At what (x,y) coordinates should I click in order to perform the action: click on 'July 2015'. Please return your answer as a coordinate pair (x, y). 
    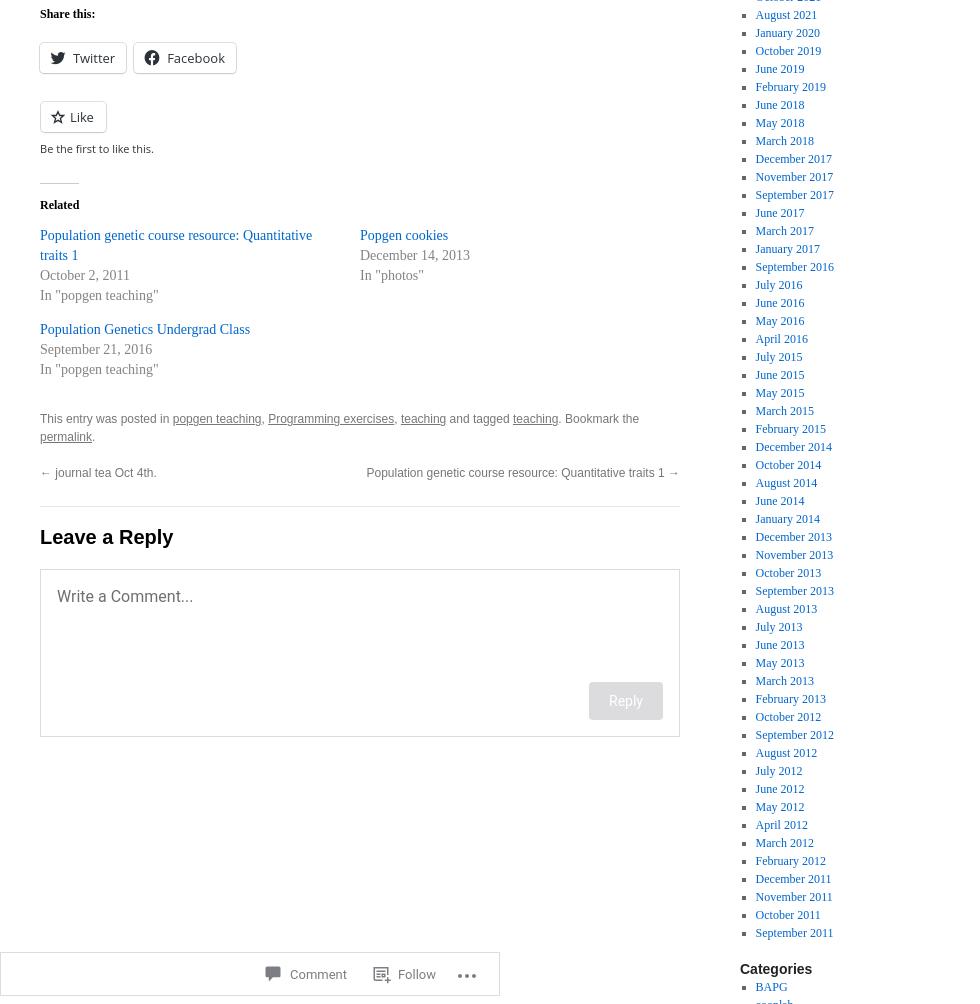
    Looking at the image, I should click on (778, 357).